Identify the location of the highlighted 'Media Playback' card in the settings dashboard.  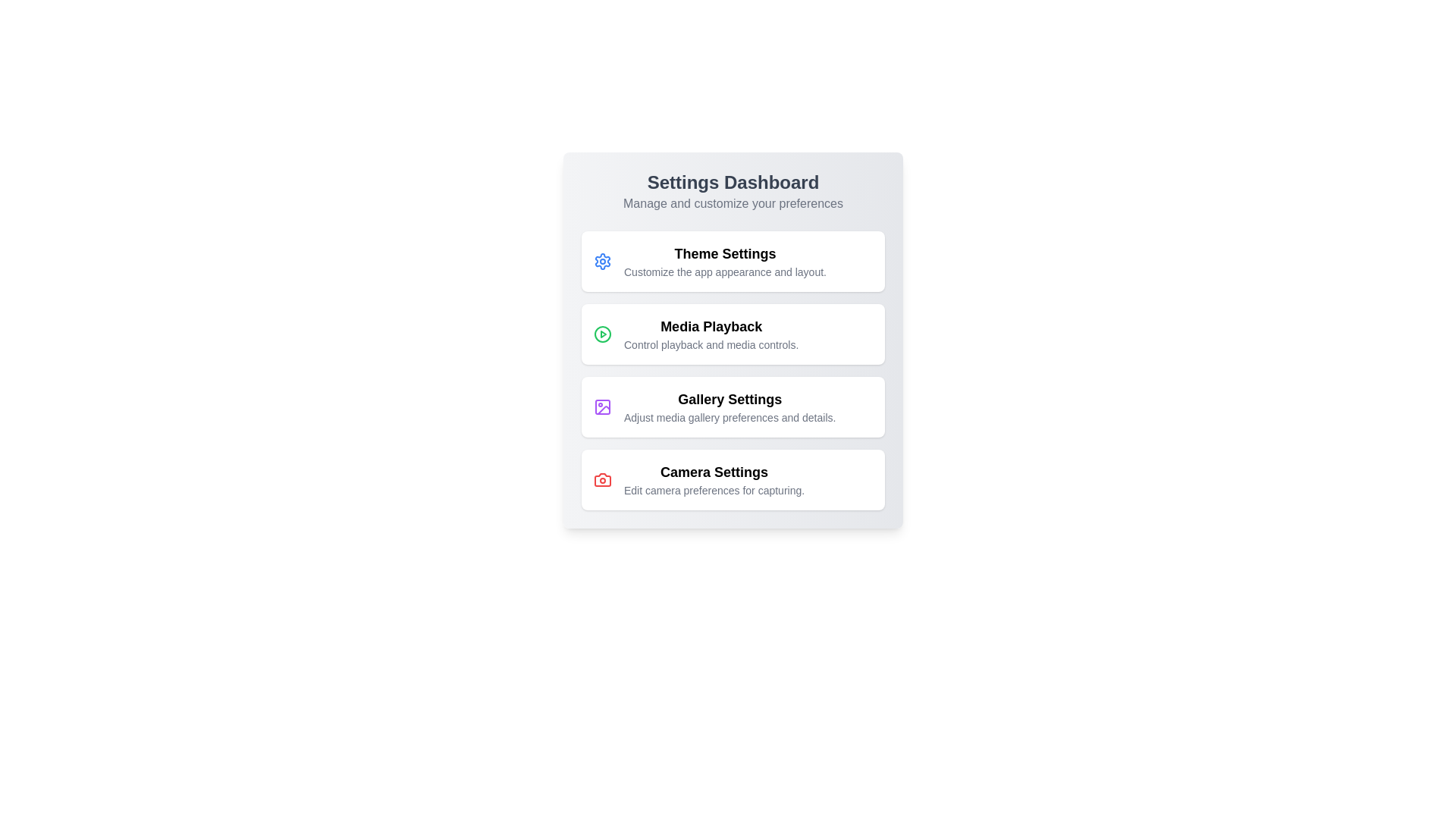
(733, 339).